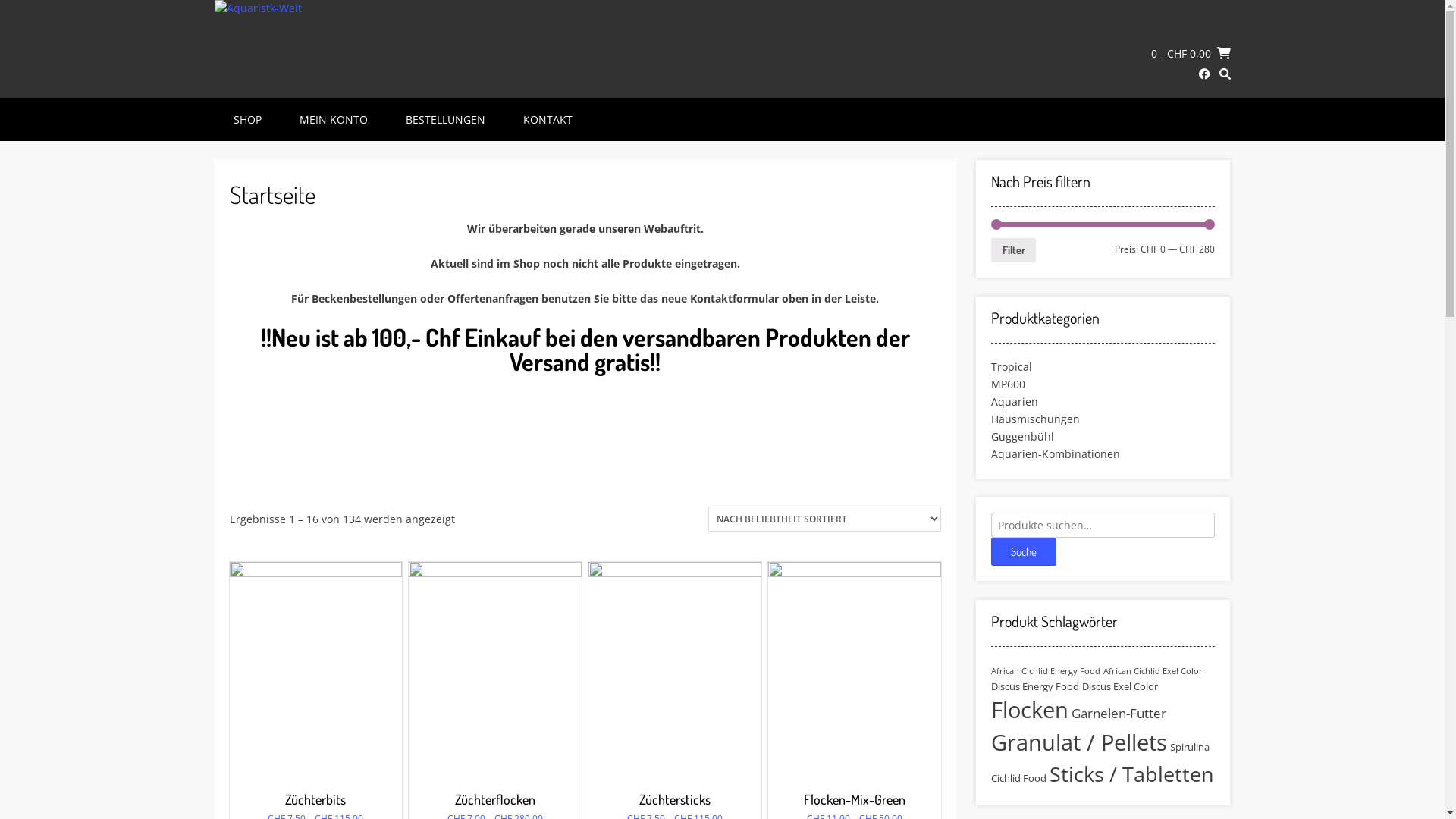 The image size is (1456, 819). What do you see at coordinates (1081, 686) in the screenshot?
I see `'Discus Exel Color'` at bounding box center [1081, 686].